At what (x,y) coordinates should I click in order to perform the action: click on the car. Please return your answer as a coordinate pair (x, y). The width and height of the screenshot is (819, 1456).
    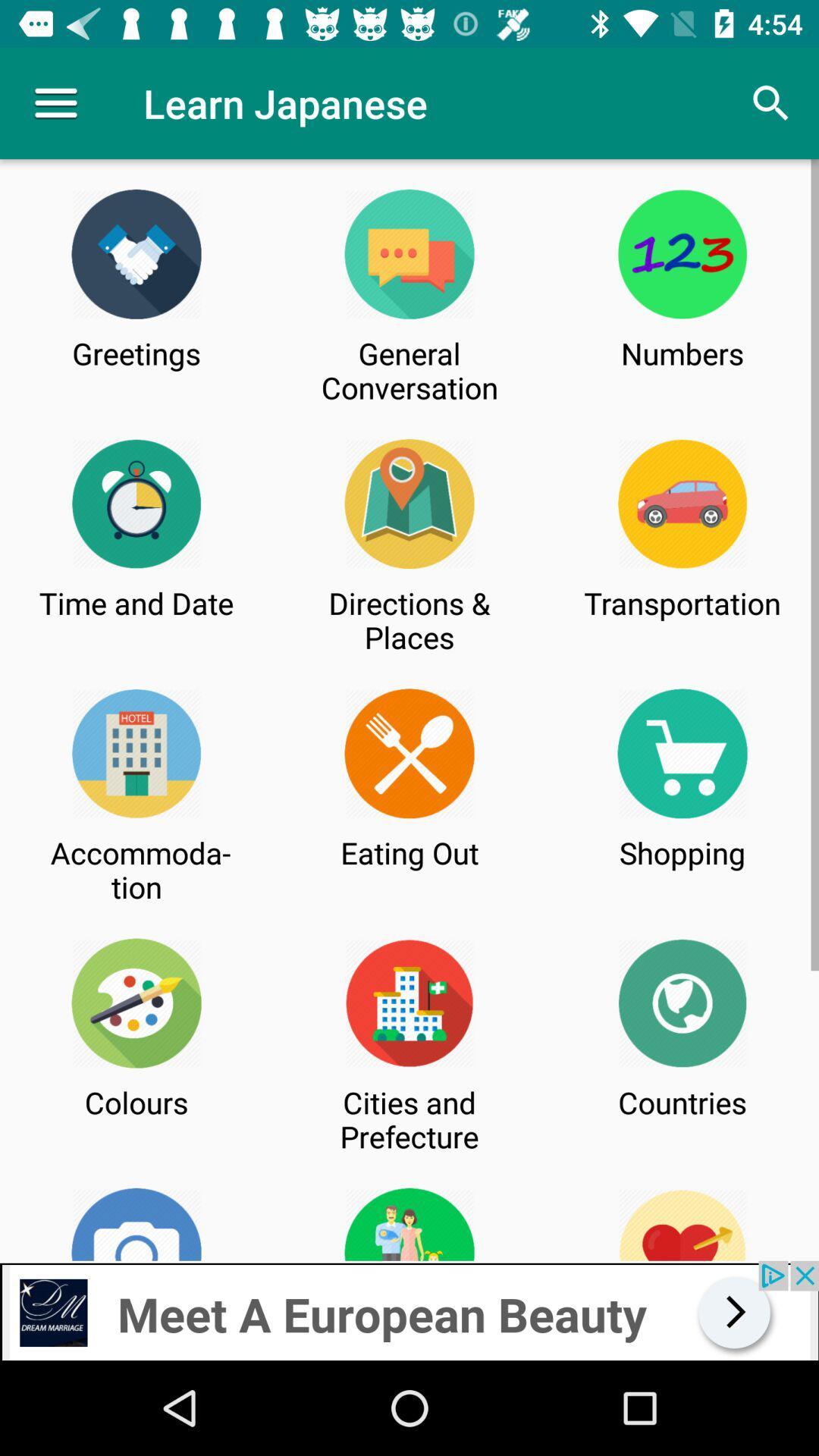
    Looking at the image, I should click on (682, 504).